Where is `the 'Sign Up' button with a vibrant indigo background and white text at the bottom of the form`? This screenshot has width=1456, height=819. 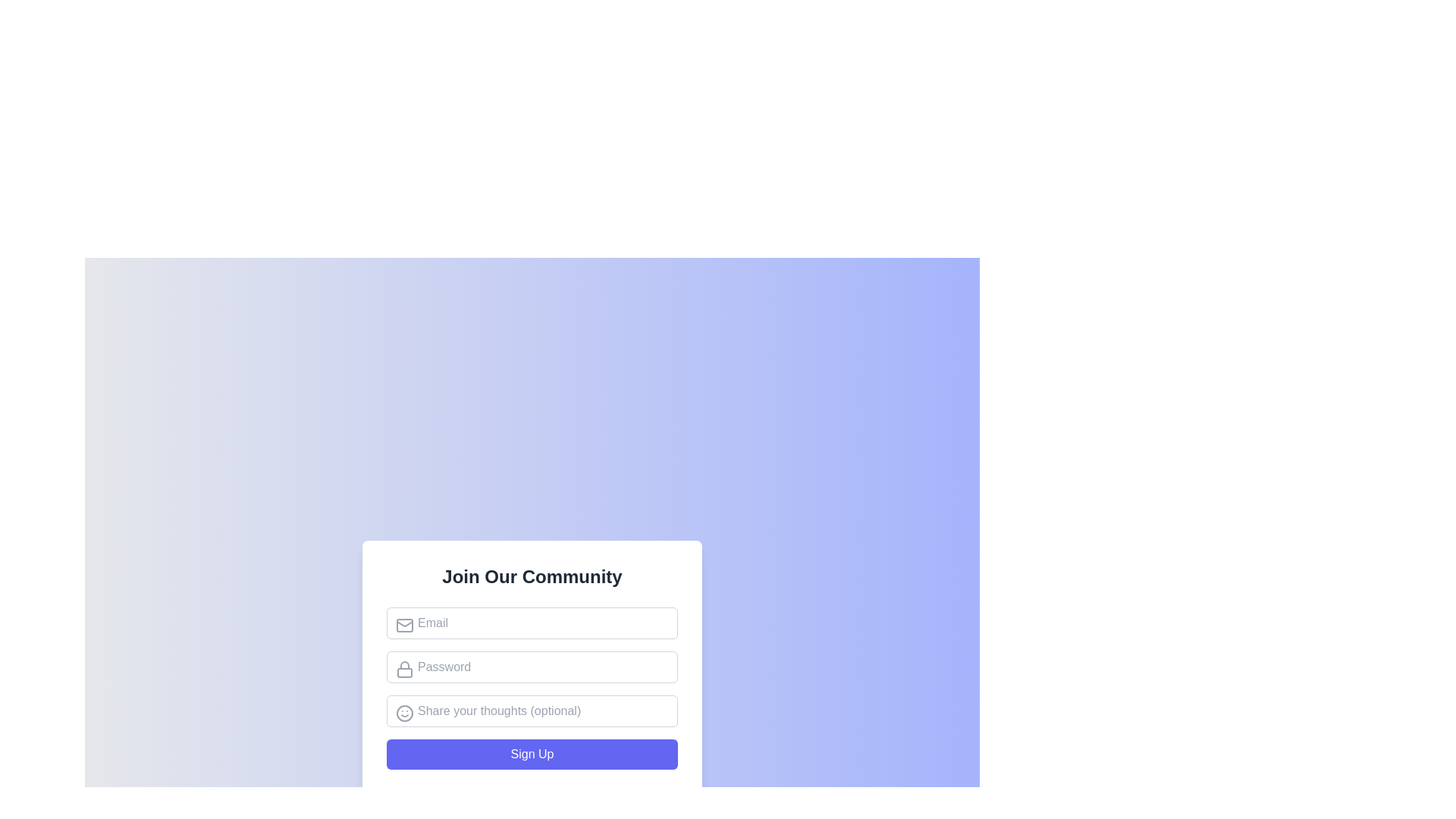 the 'Sign Up' button with a vibrant indigo background and white text at the bottom of the form is located at coordinates (532, 755).